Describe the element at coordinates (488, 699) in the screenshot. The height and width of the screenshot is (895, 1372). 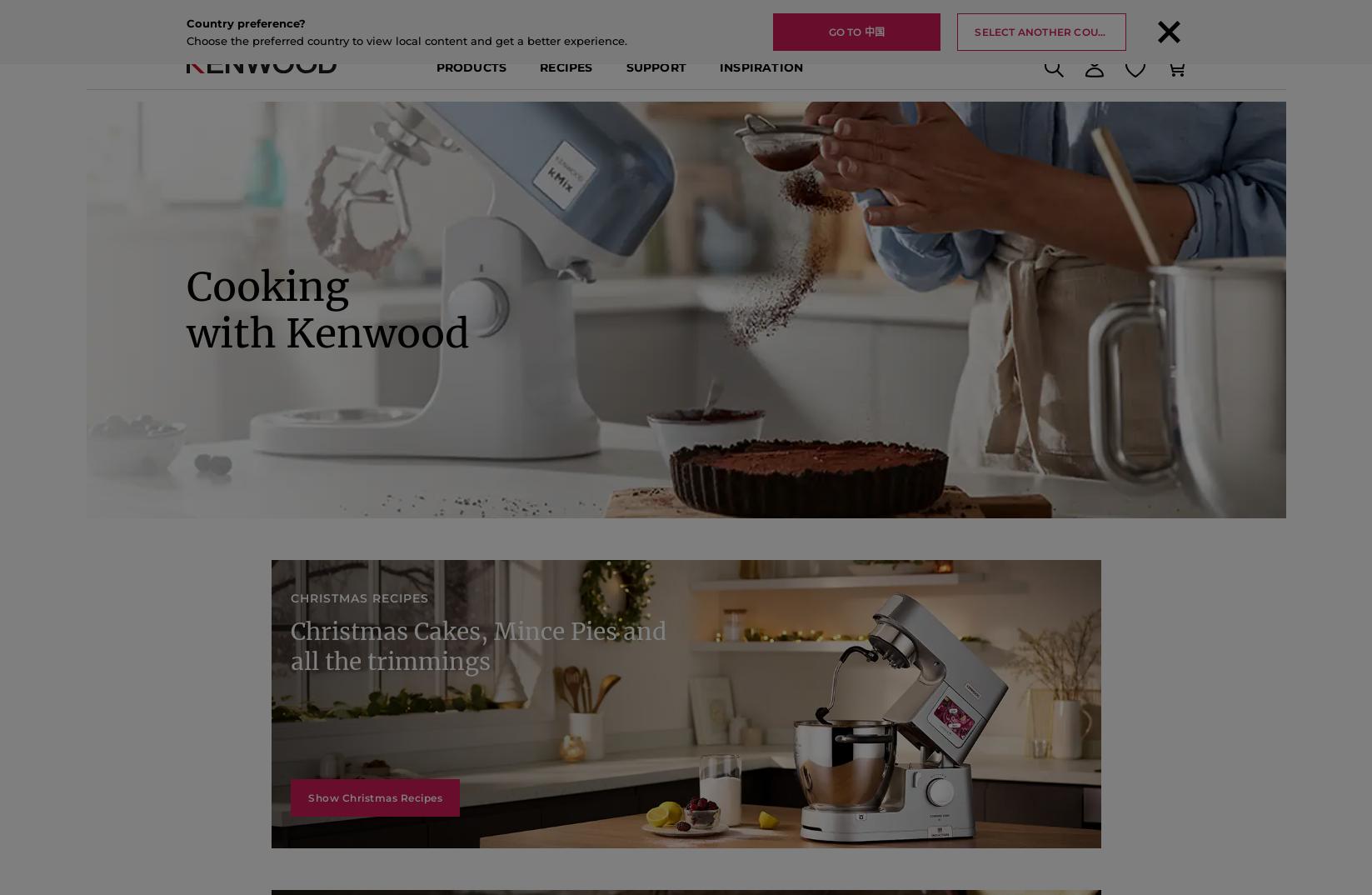
I see `'Christmas Cakes, Mince Pies and all the trimmings'` at that location.